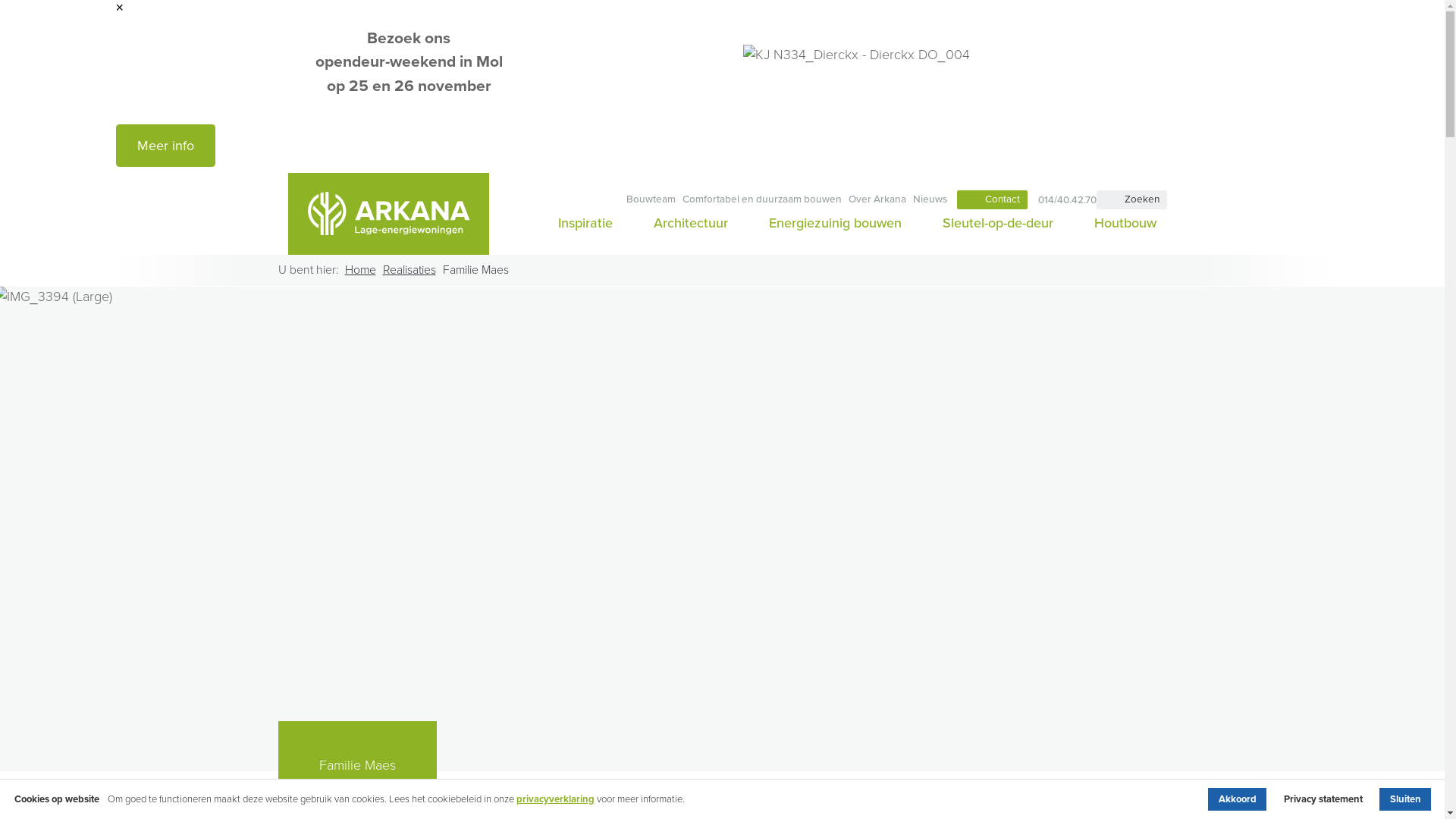 The height and width of the screenshot is (819, 1456). Describe the element at coordinates (833, 223) in the screenshot. I see `'Energiezuinig bouwen'` at that location.